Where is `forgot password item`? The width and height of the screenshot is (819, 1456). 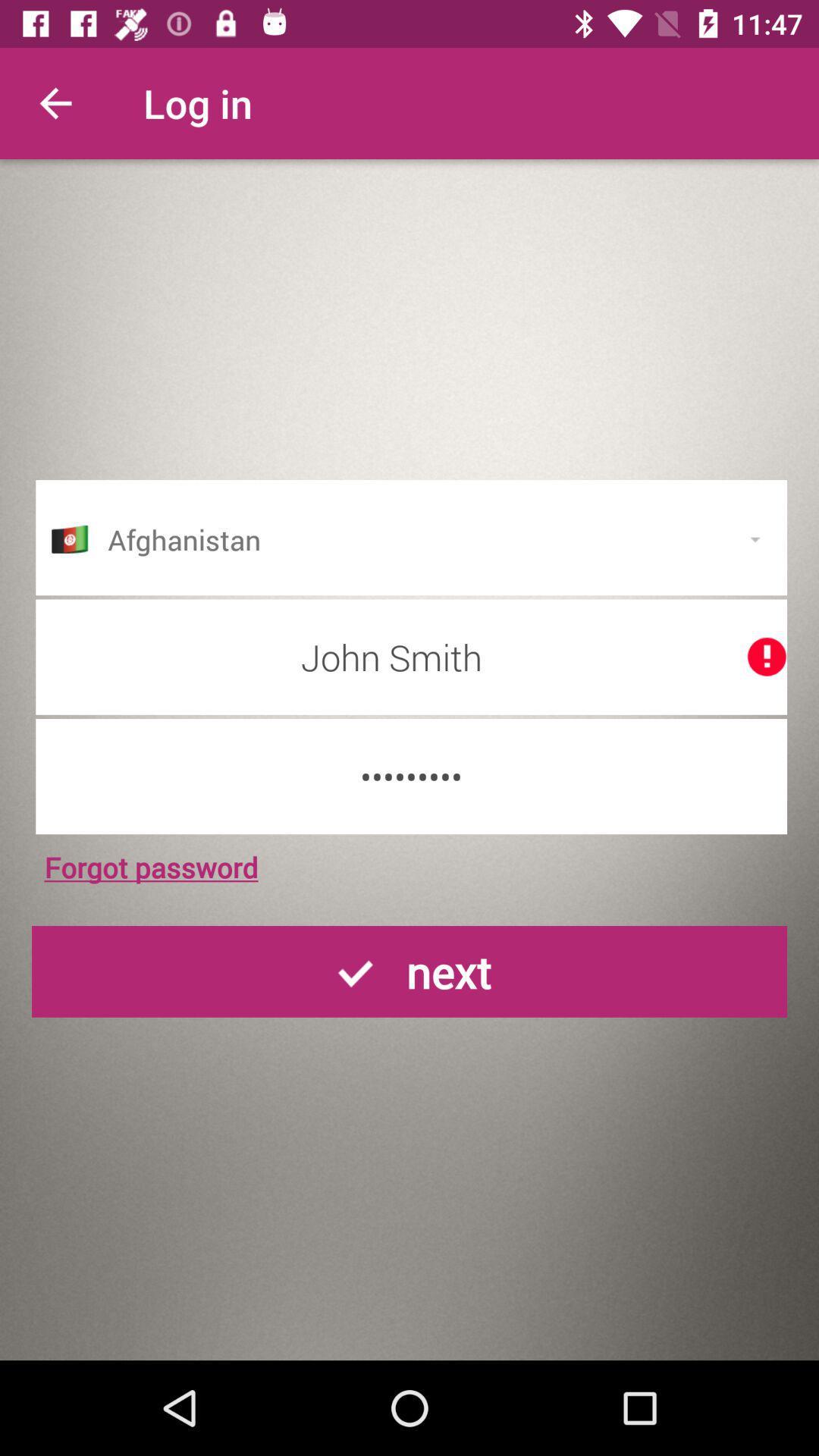 forgot password item is located at coordinates (151, 867).